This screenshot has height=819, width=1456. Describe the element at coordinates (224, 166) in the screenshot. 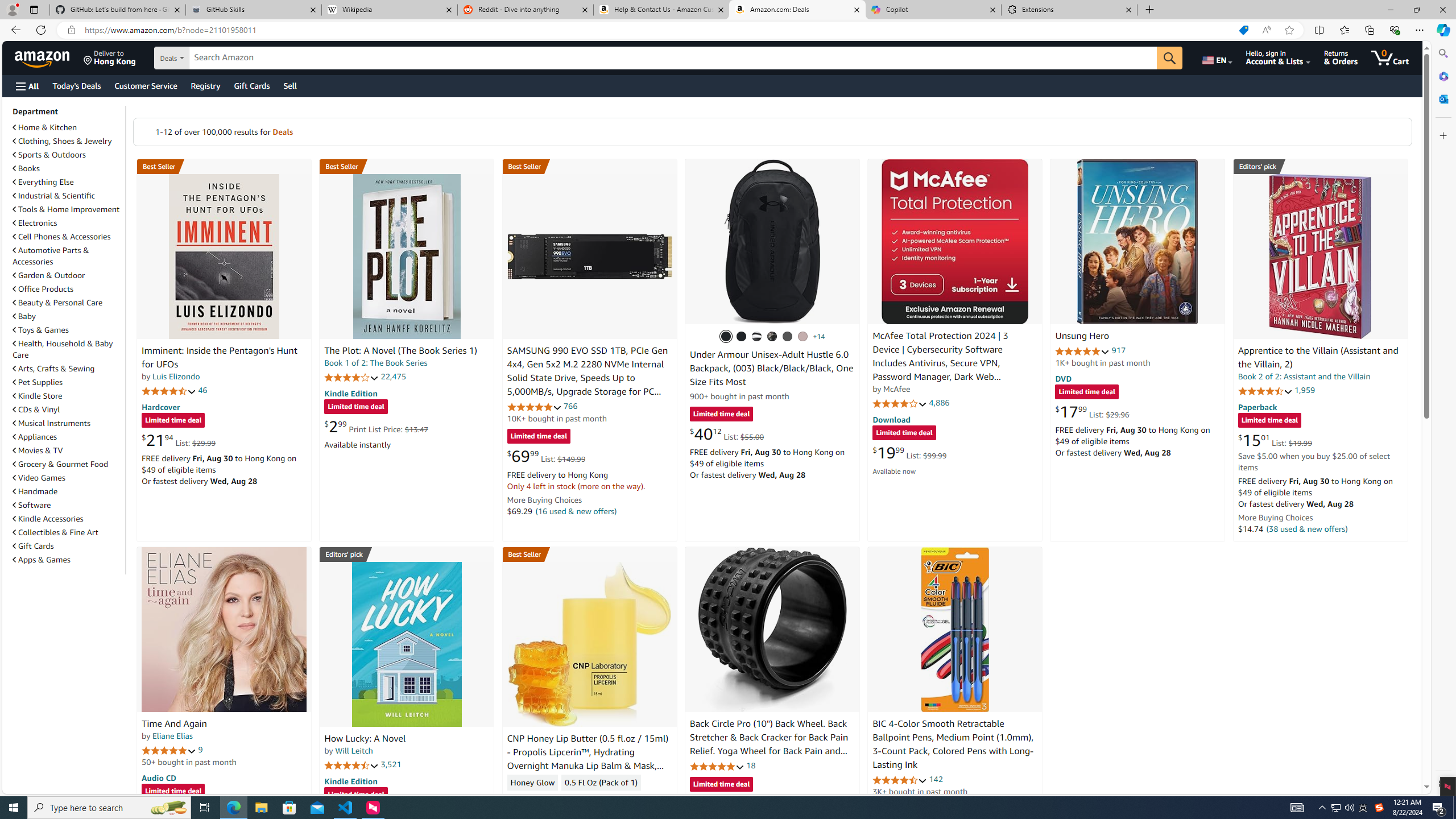

I see `'Best Seller in Unexplained Mysteries'` at that location.